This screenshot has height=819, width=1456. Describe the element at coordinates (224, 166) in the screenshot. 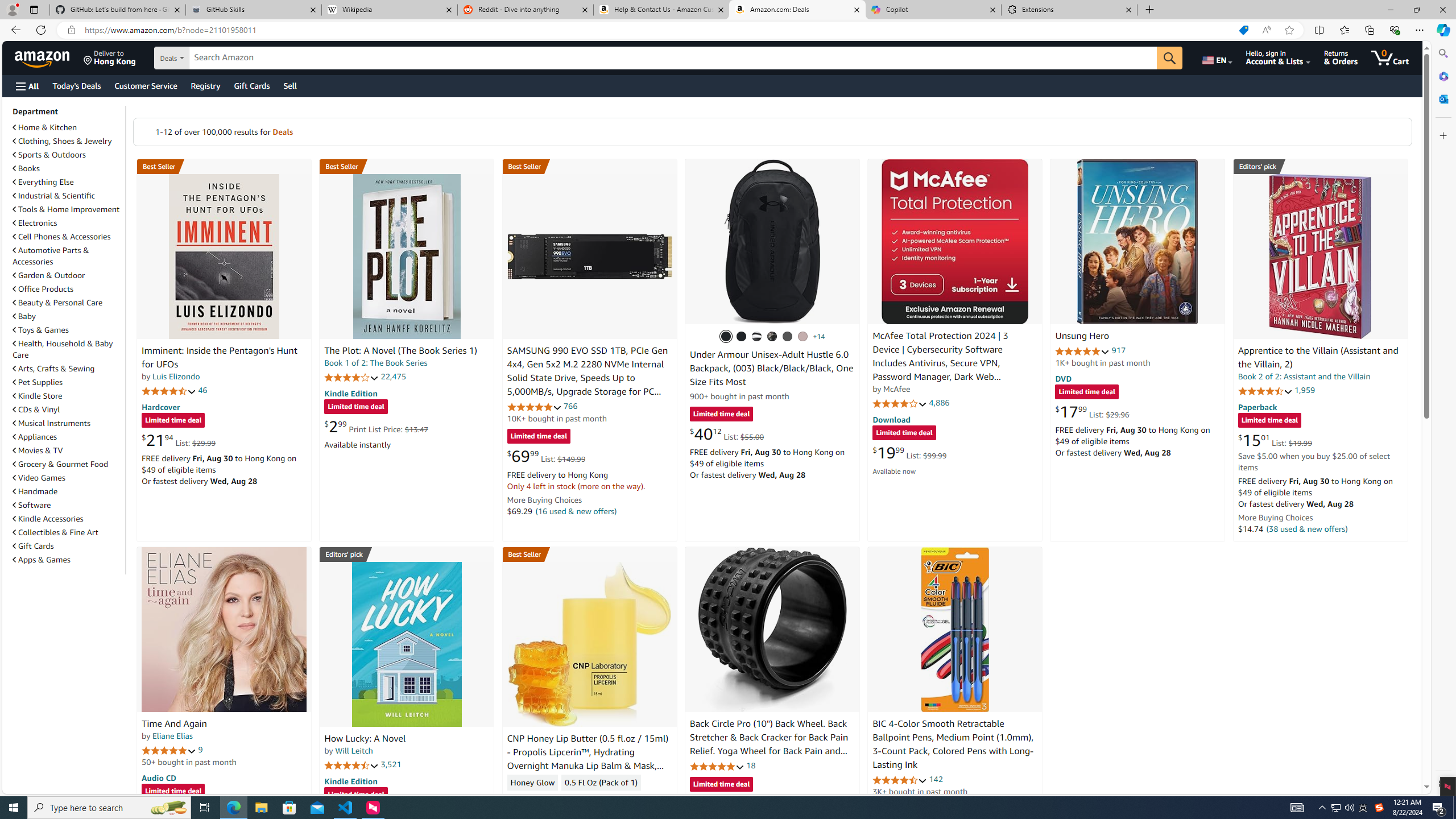

I see `'Best Seller in Unexplained Mysteries'` at that location.